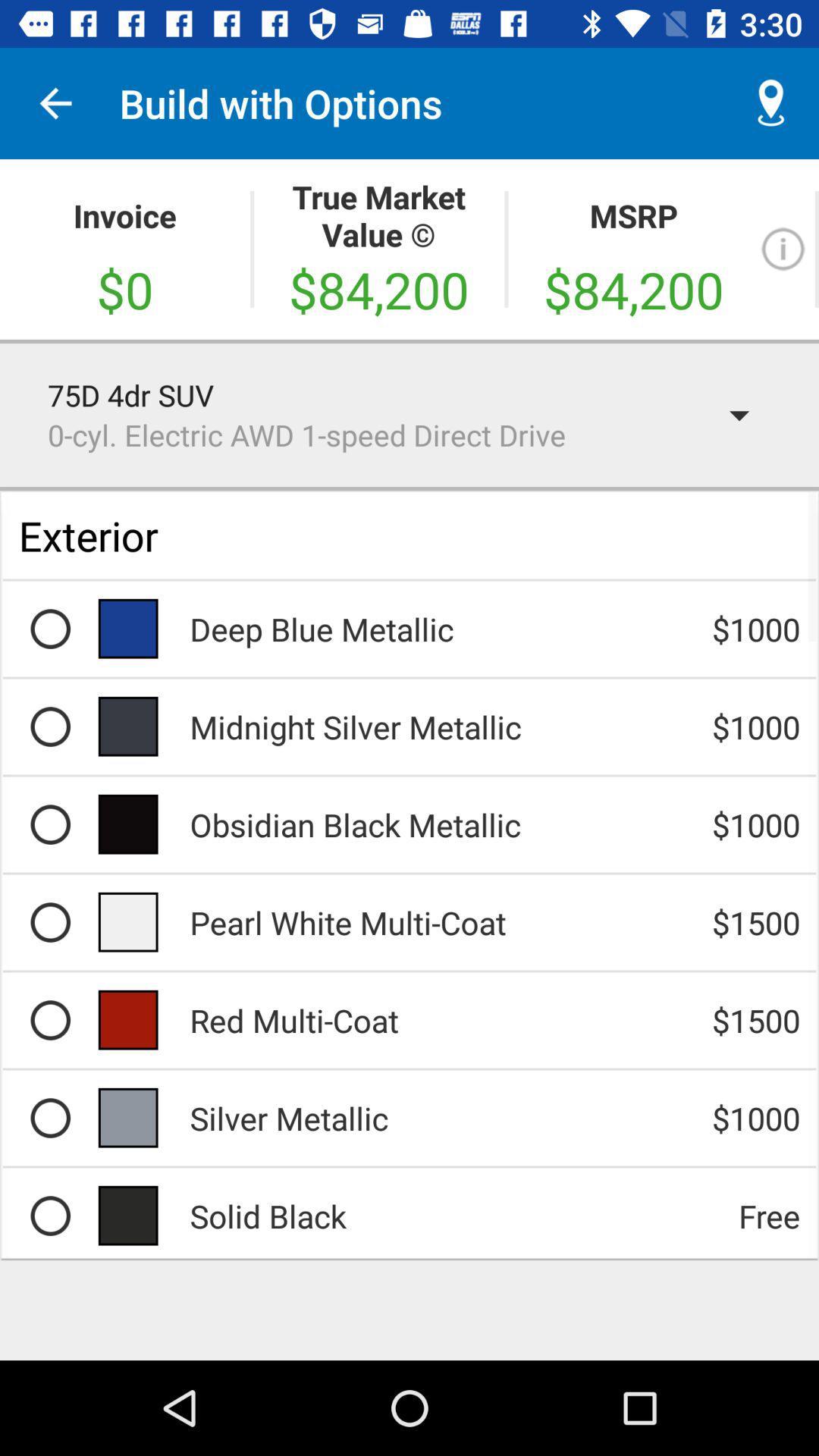  What do you see at coordinates (49, 824) in the screenshot?
I see `share the article` at bounding box center [49, 824].